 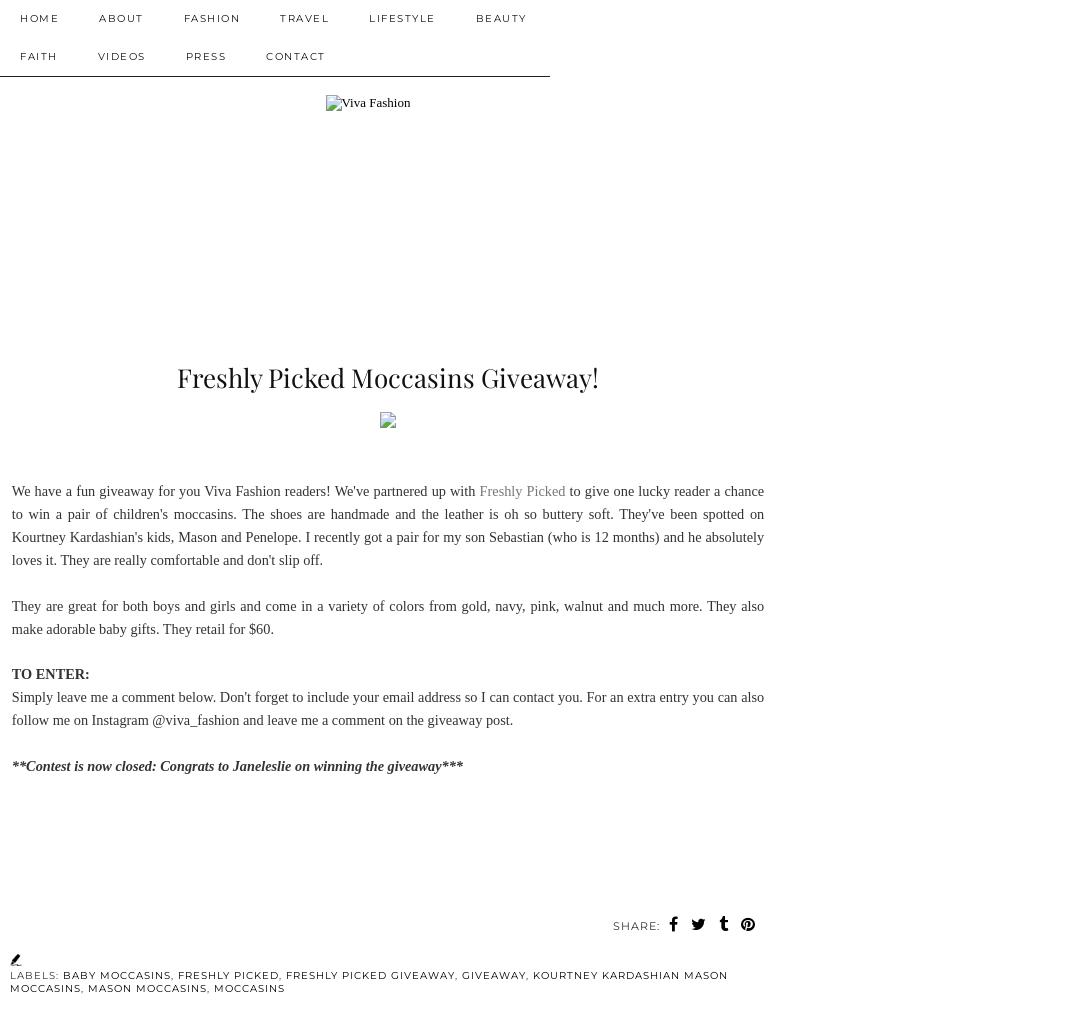 I want to click on 'kourtney kardashian mason moccasins', so click(x=367, y=980).